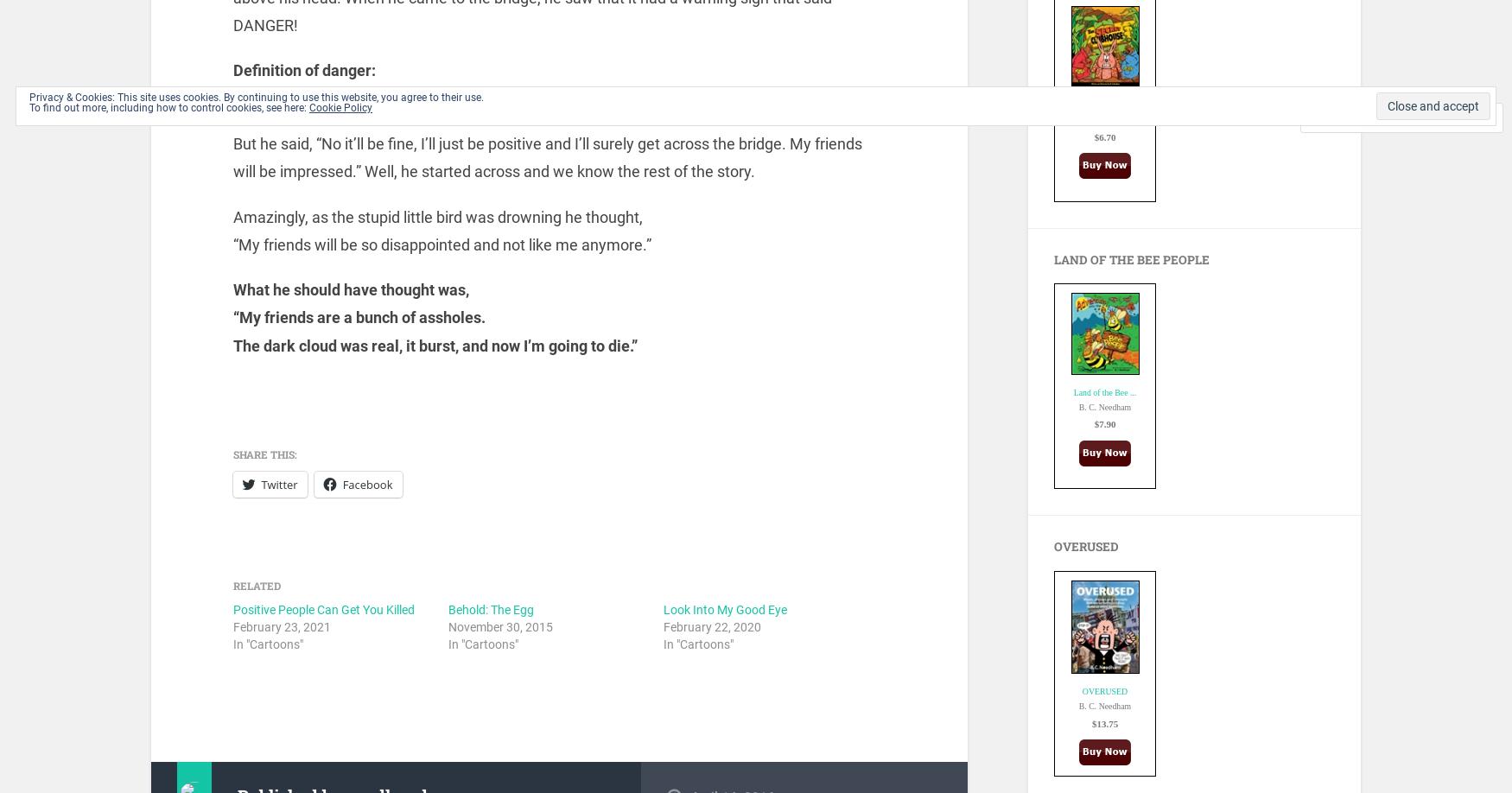 Image resolution: width=1512 pixels, height=793 pixels. Describe the element at coordinates (366, 483) in the screenshot. I see `'Facebook'` at that location.